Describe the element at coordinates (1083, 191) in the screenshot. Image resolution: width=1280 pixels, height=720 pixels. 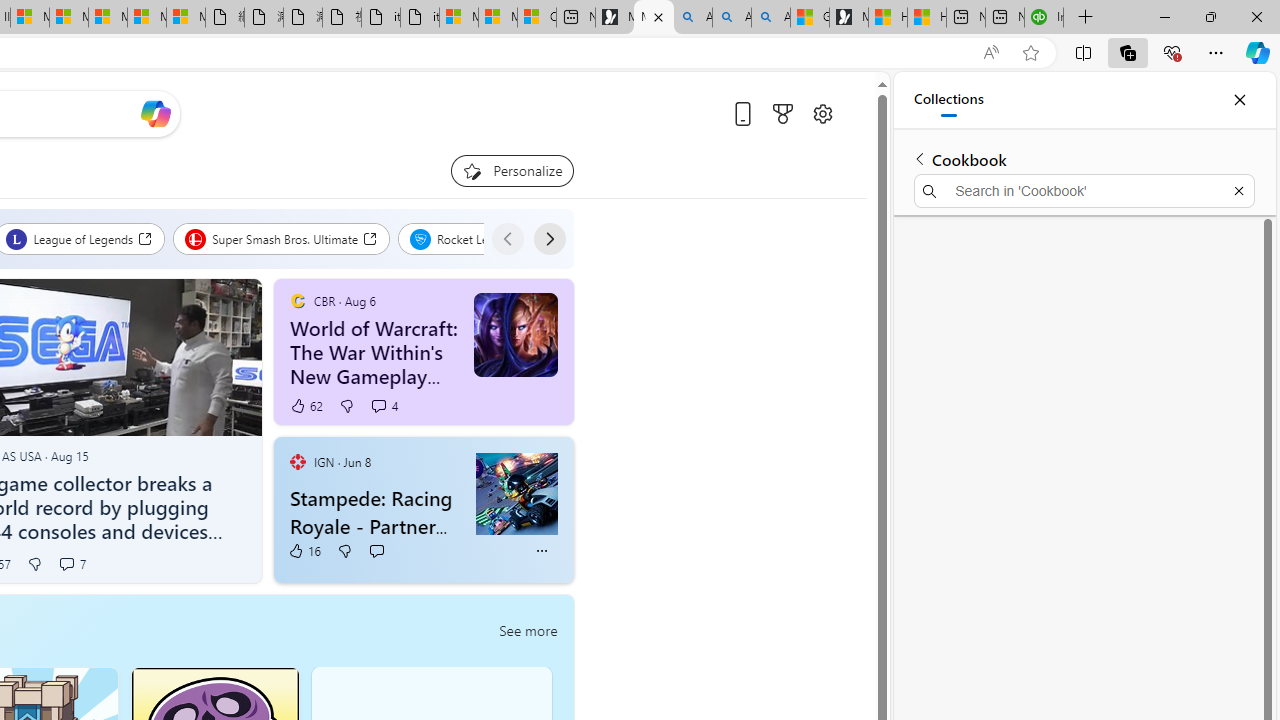
I see `'Search in '` at that location.